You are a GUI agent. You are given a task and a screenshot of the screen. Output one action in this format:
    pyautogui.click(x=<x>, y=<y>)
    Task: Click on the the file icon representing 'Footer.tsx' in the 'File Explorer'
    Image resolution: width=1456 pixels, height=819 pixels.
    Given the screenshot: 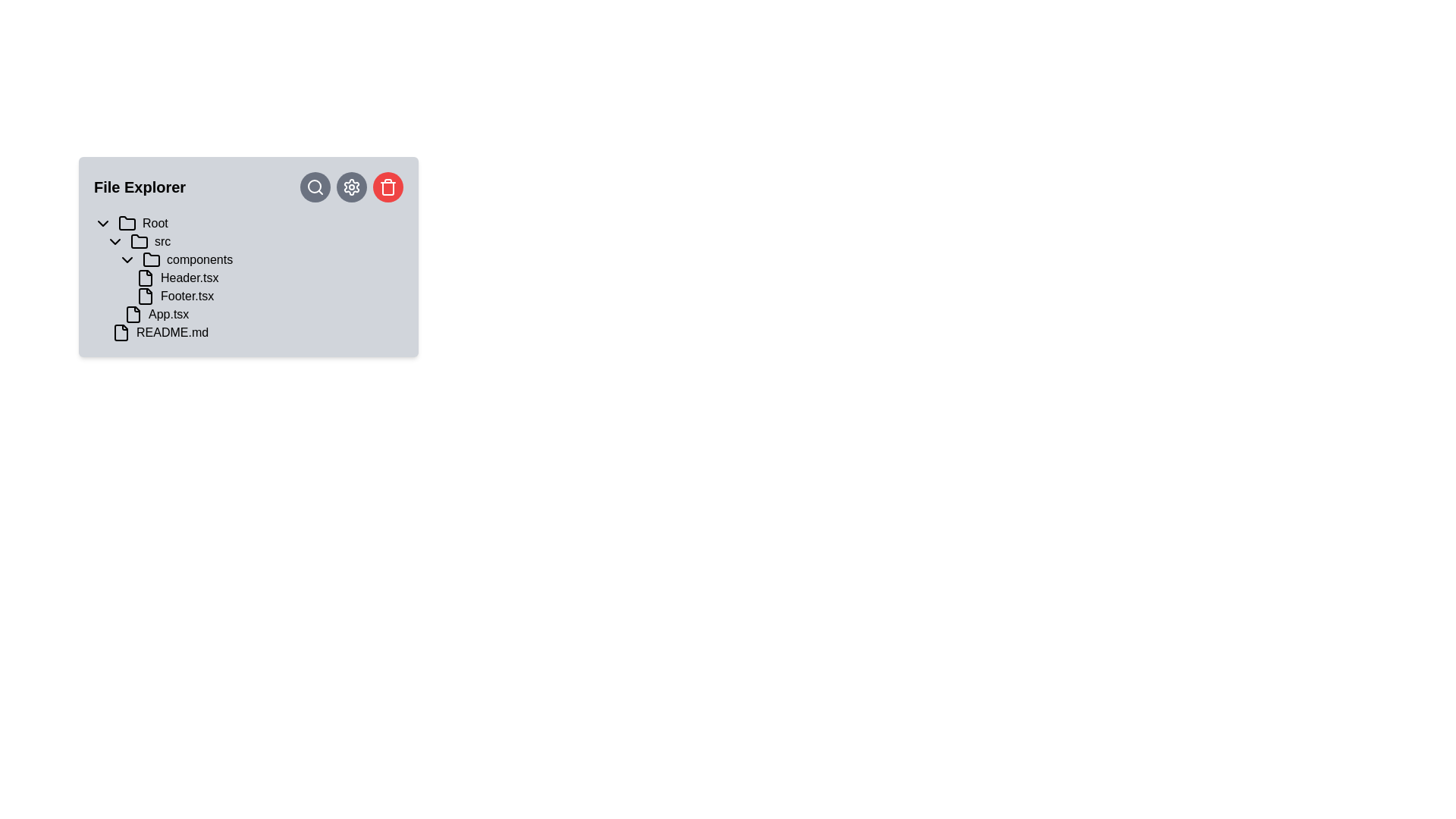 What is the action you would take?
    pyautogui.click(x=146, y=296)
    